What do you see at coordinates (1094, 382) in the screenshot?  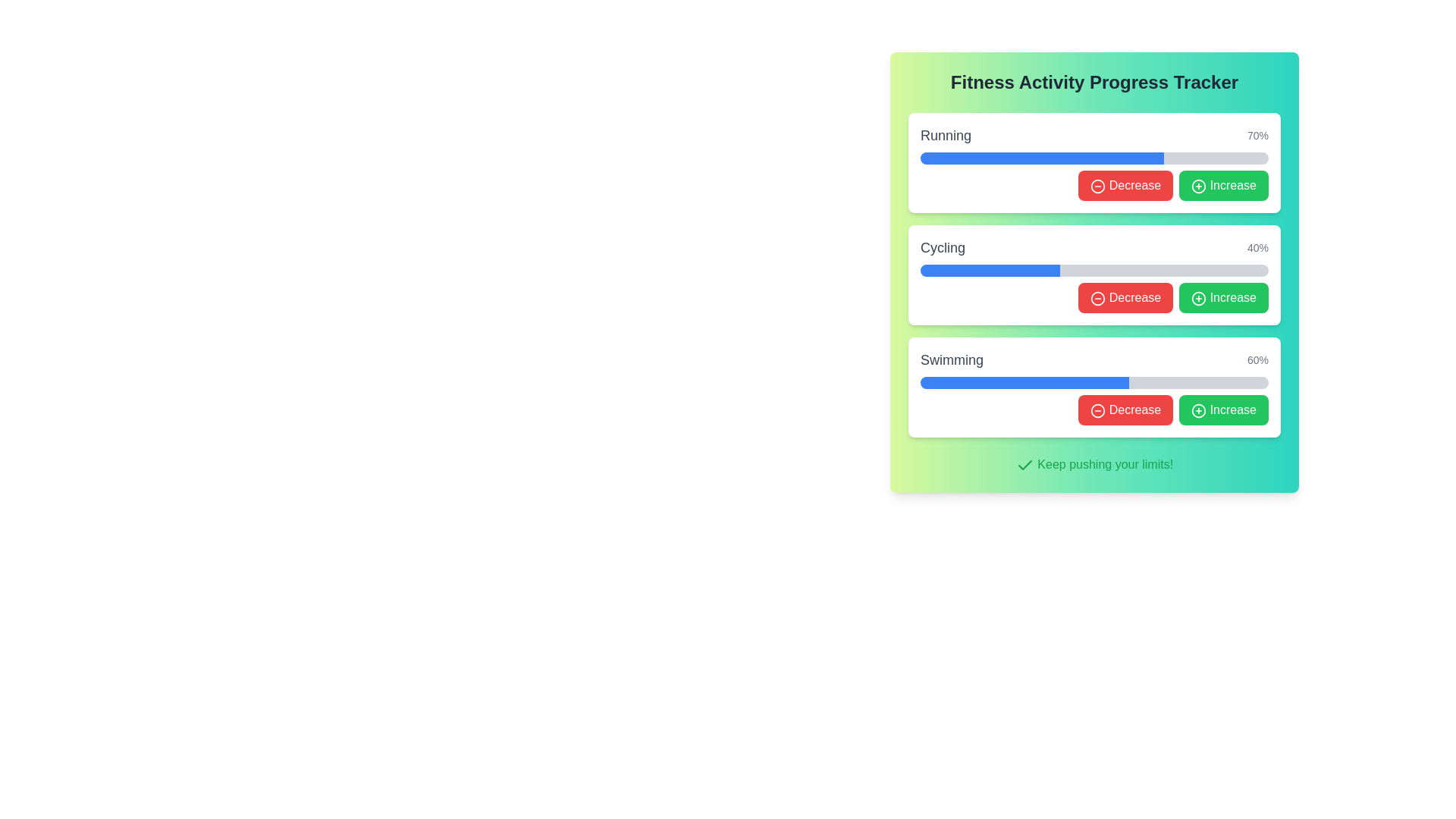 I see `the progress bar indicating 60% completion in the 'Swimming' activity tracker, located in the 'Fitness Activity Progress Tracker' interface` at bounding box center [1094, 382].